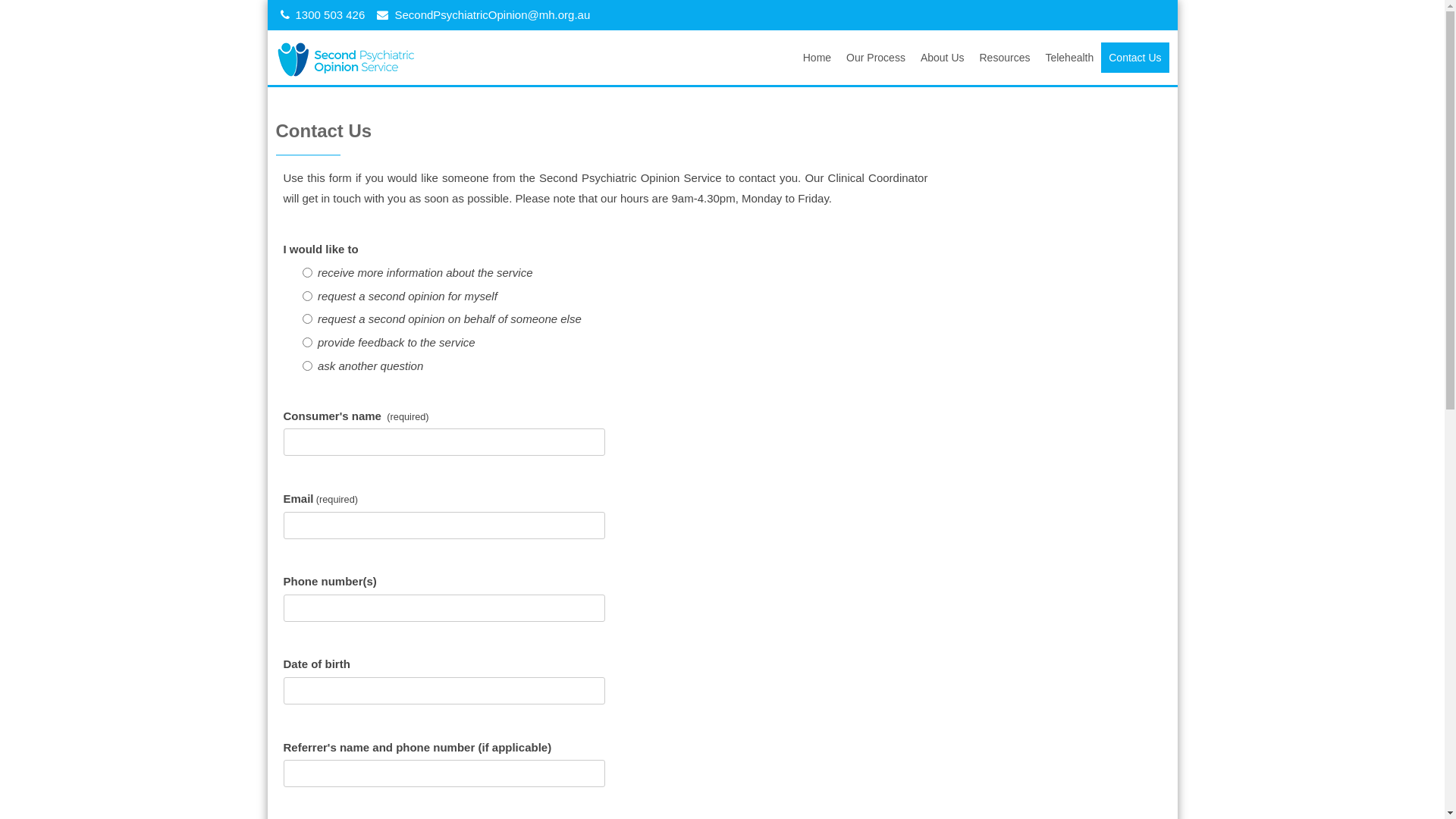 The image size is (1456, 819). I want to click on 'Contact Us', so click(1134, 57).